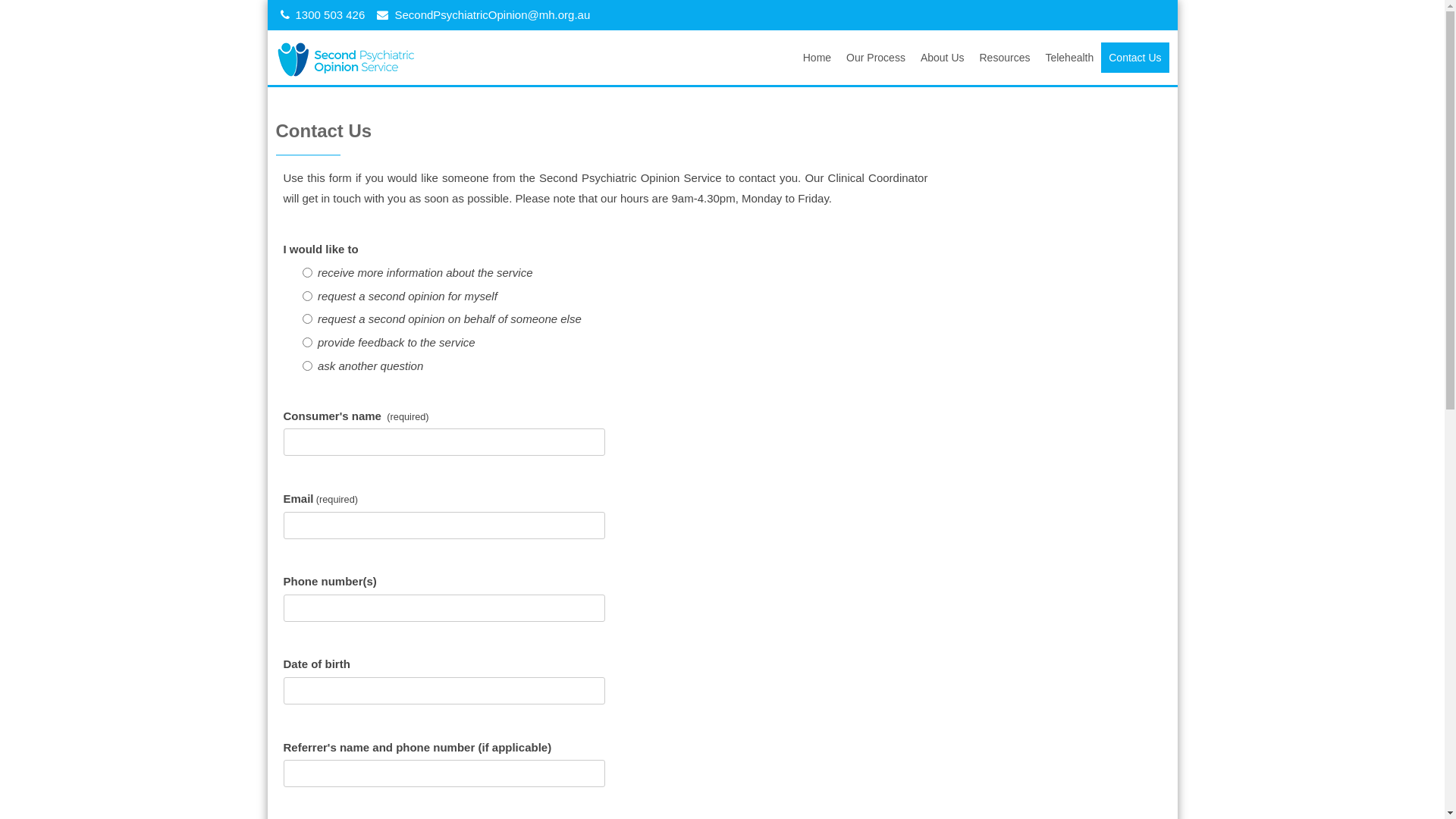 The image size is (1456, 819). I want to click on 'Contact Us', so click(1134, 57).